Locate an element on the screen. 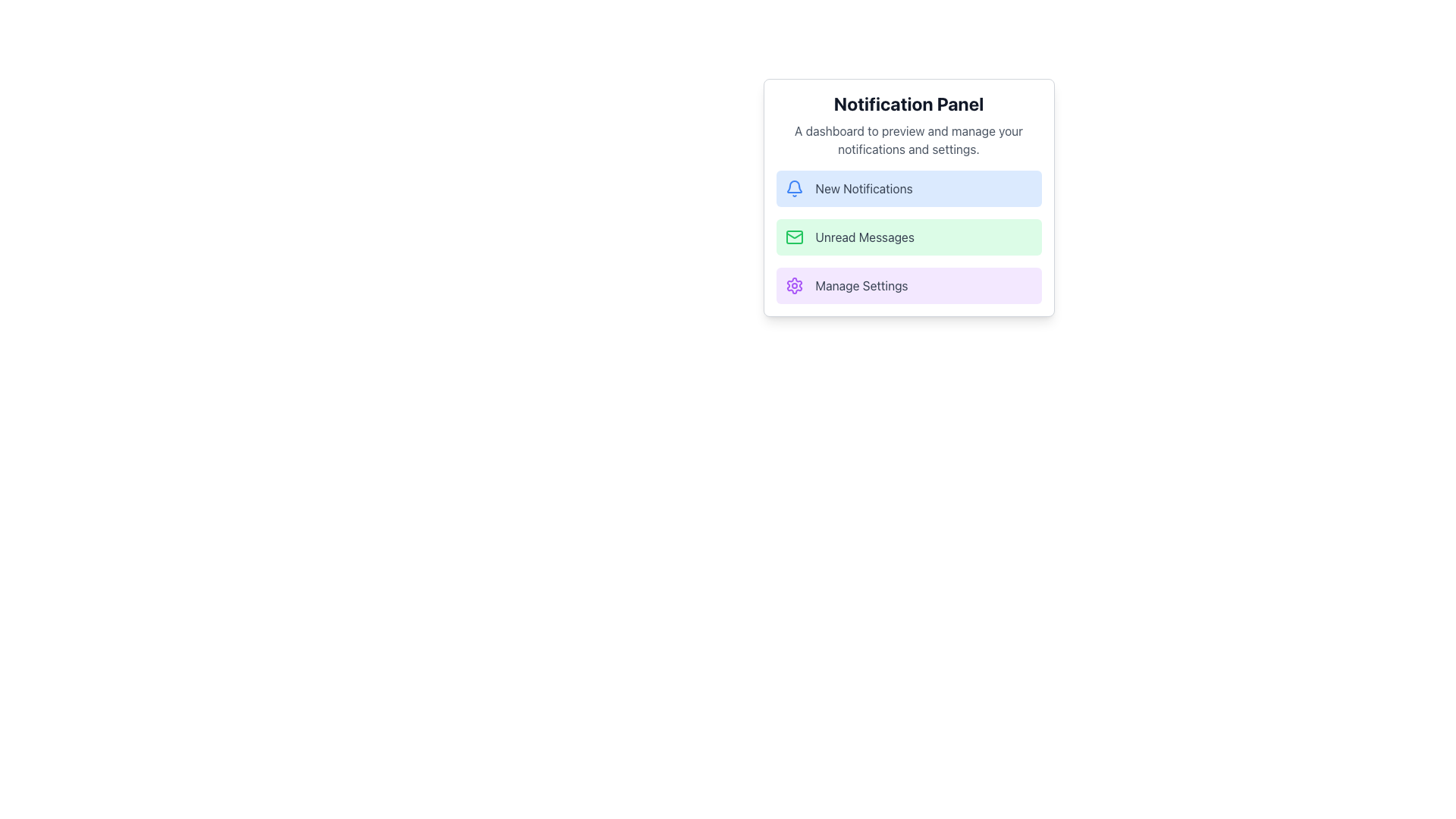 This screenshot has width=1456, height=819. the 'New Notifications' button, which has a light blue background and a bell icon to the left of the label is located at coordinates (908, 188).